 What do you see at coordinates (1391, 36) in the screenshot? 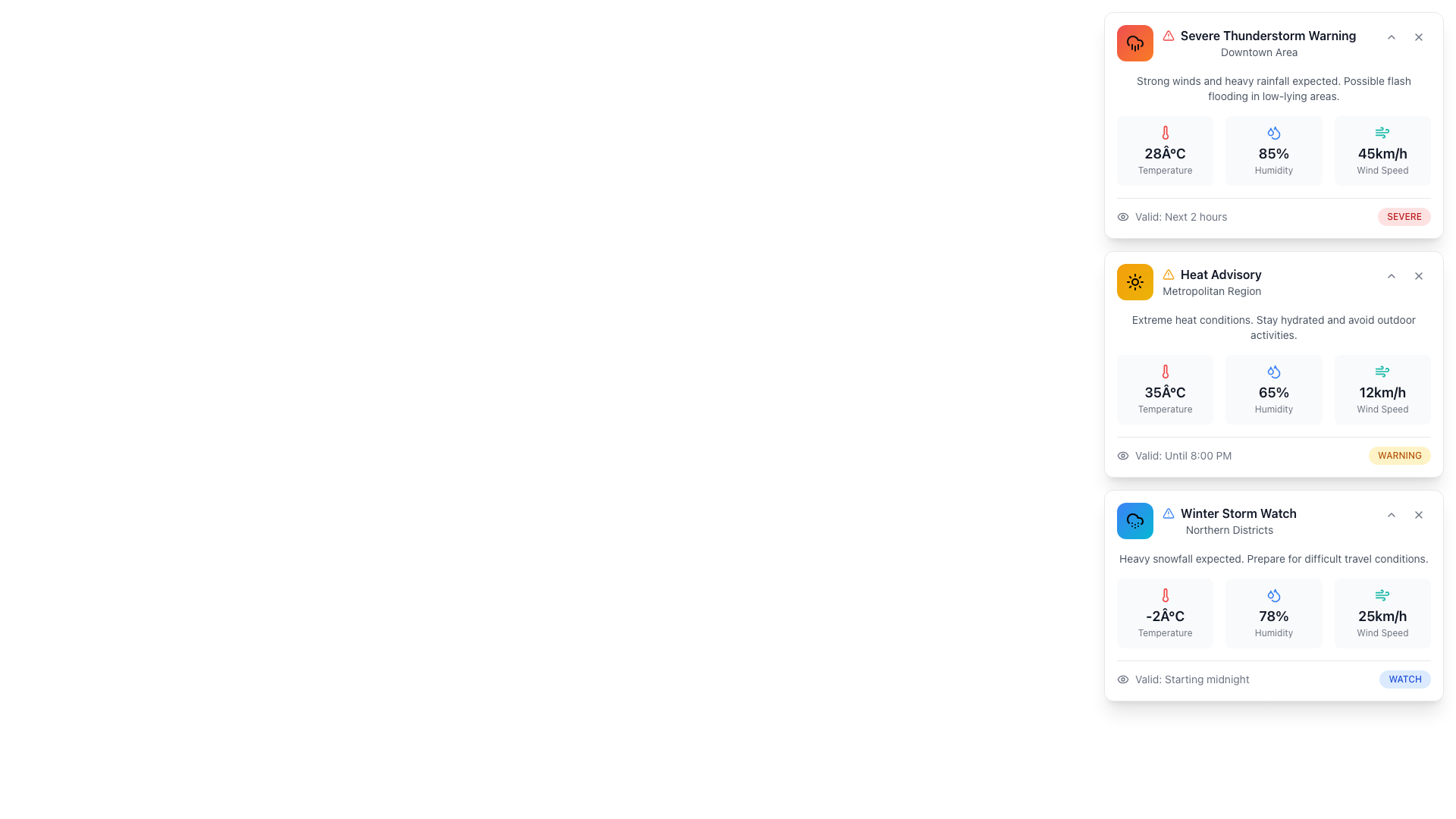
I see `the chevron down icon located in the top right corner of the 'Severe Thunderstorm Warning' card` at bounding box center [1391, 36].